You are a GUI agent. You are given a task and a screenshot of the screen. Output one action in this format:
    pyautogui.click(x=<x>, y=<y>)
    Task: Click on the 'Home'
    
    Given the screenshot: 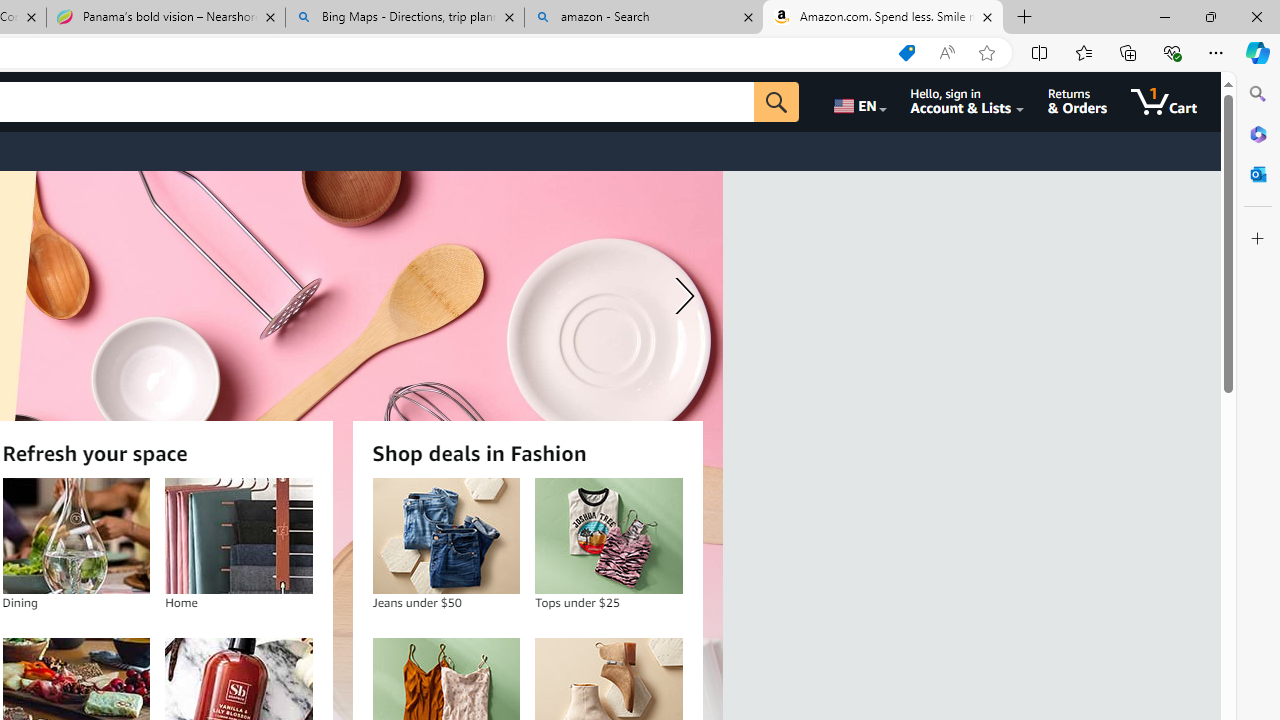 What is the action you would take?
    pyautogui.click(x=238, y=535)
    